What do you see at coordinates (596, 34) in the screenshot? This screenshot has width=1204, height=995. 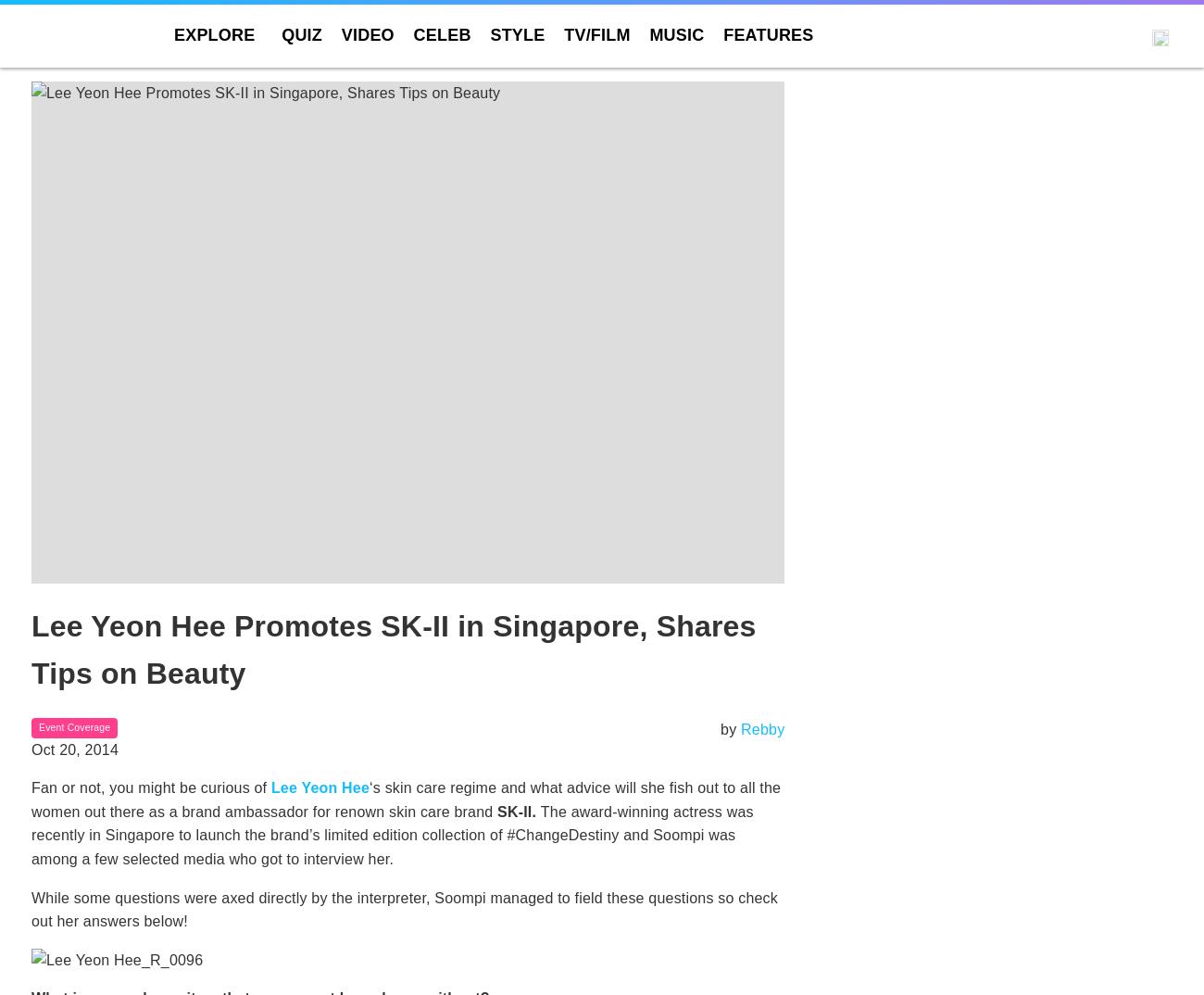 I see `'TV/Film'` at bounding box center [596, 34].